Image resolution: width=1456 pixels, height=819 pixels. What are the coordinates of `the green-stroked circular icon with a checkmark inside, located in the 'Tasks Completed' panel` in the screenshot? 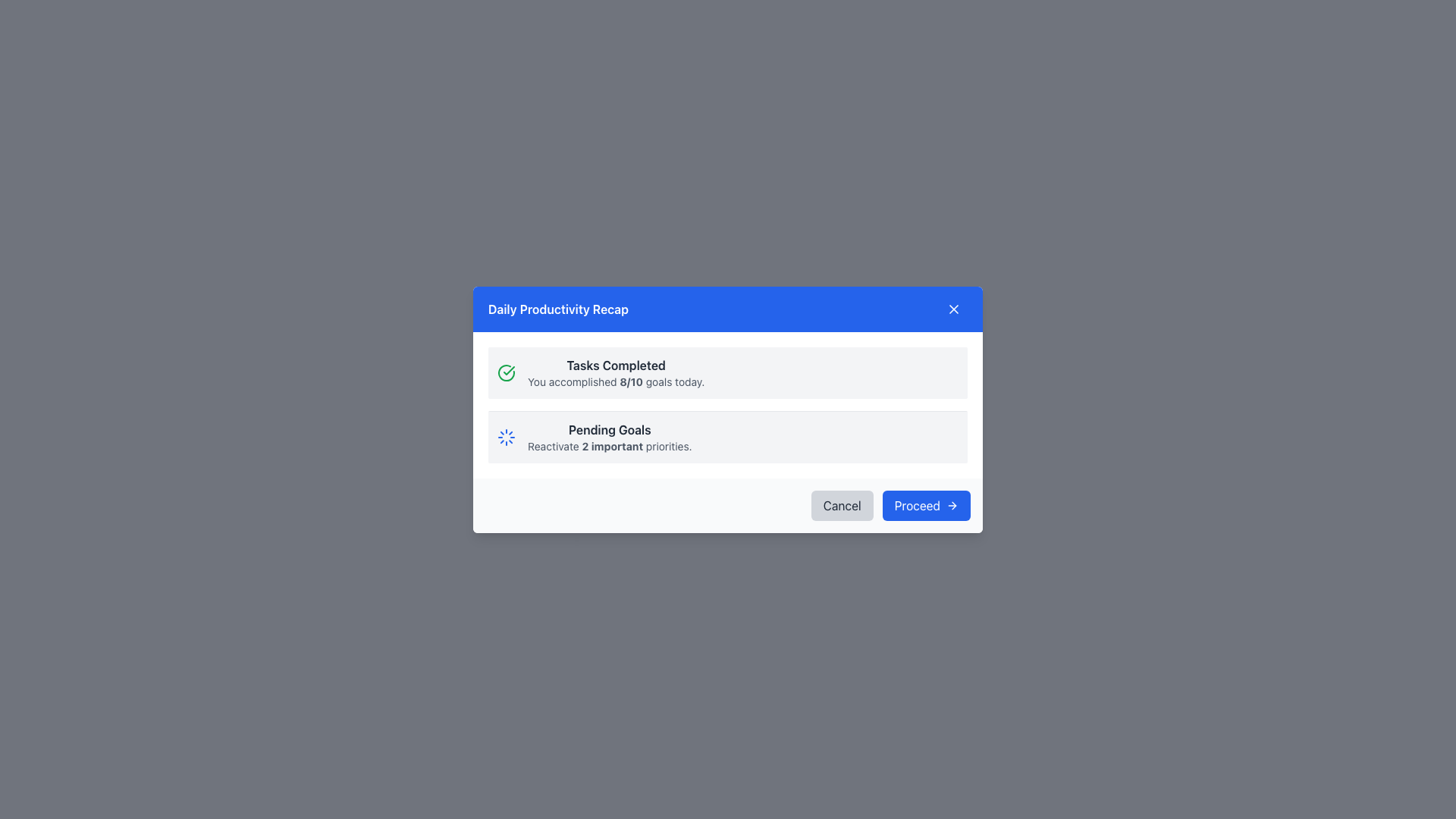 It's located at (506, 372).